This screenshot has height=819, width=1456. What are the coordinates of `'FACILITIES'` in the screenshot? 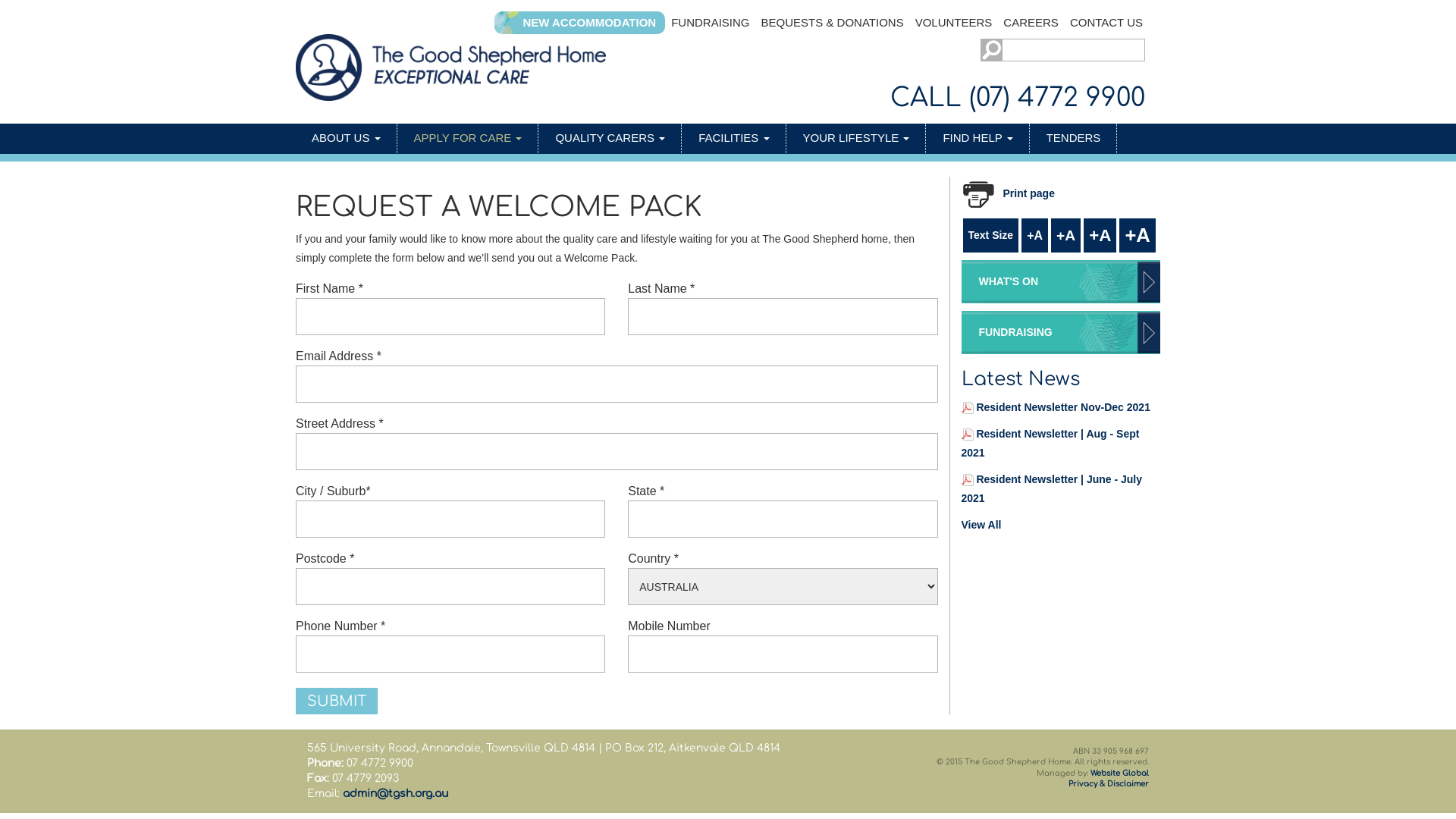 It's located at (734, 138).